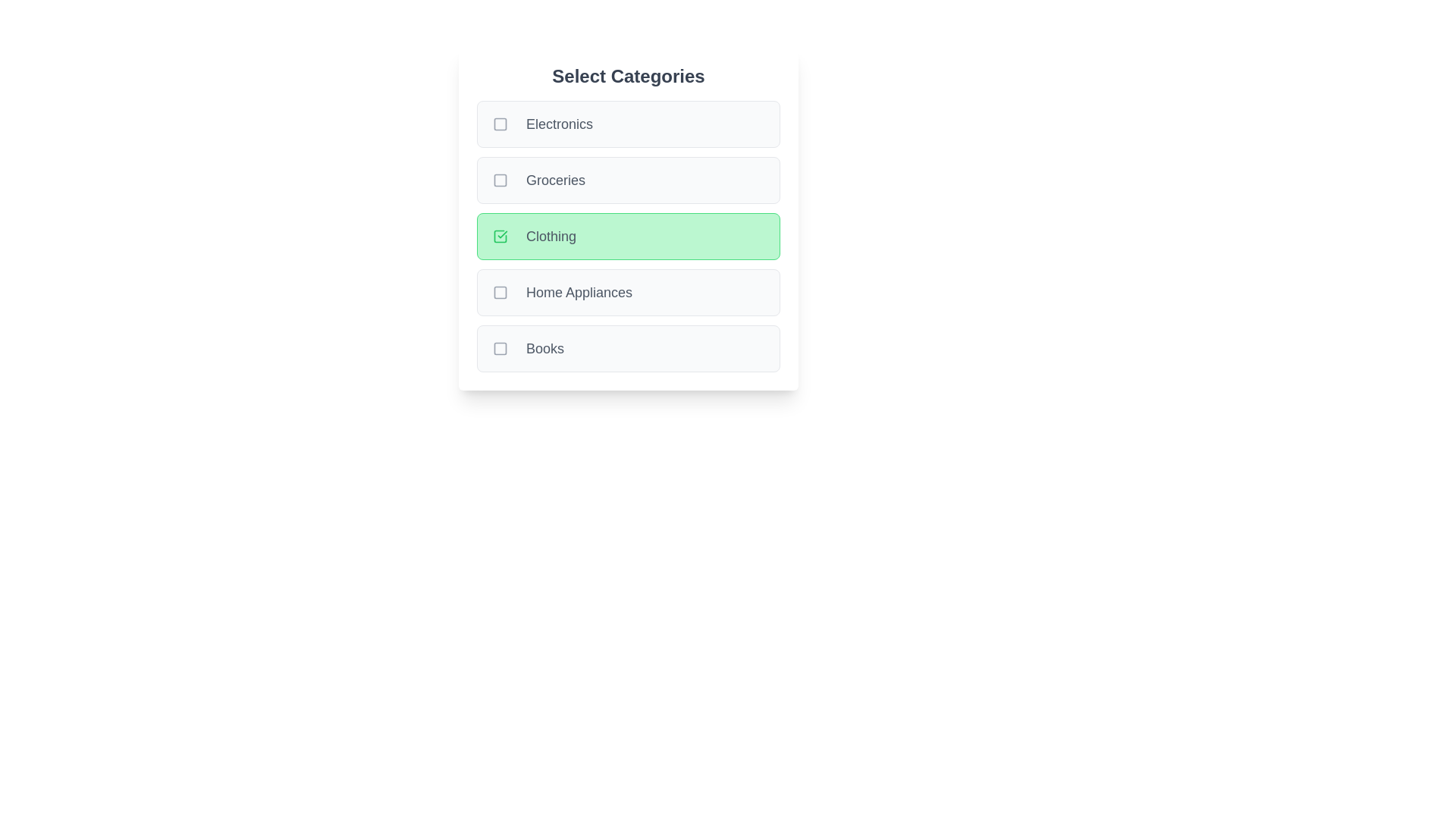 The height and width of the screenshot is (819, 1456). What do you see at coordinates (500, 292) in the screenshot?
I see `the checkbox for Home Appliances` at bounding box center [500, 292].